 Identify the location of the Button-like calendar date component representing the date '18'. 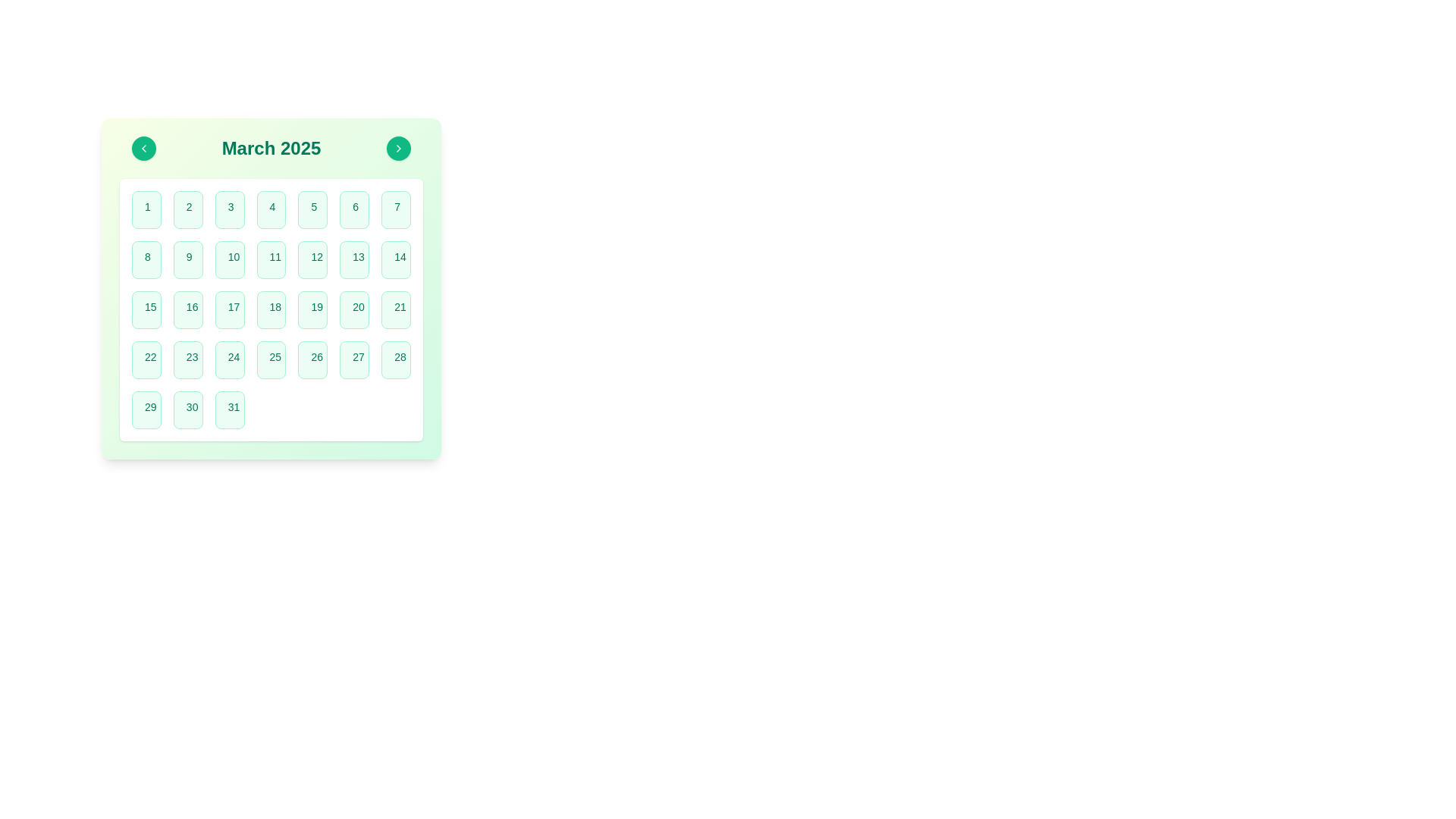
(271, 309).